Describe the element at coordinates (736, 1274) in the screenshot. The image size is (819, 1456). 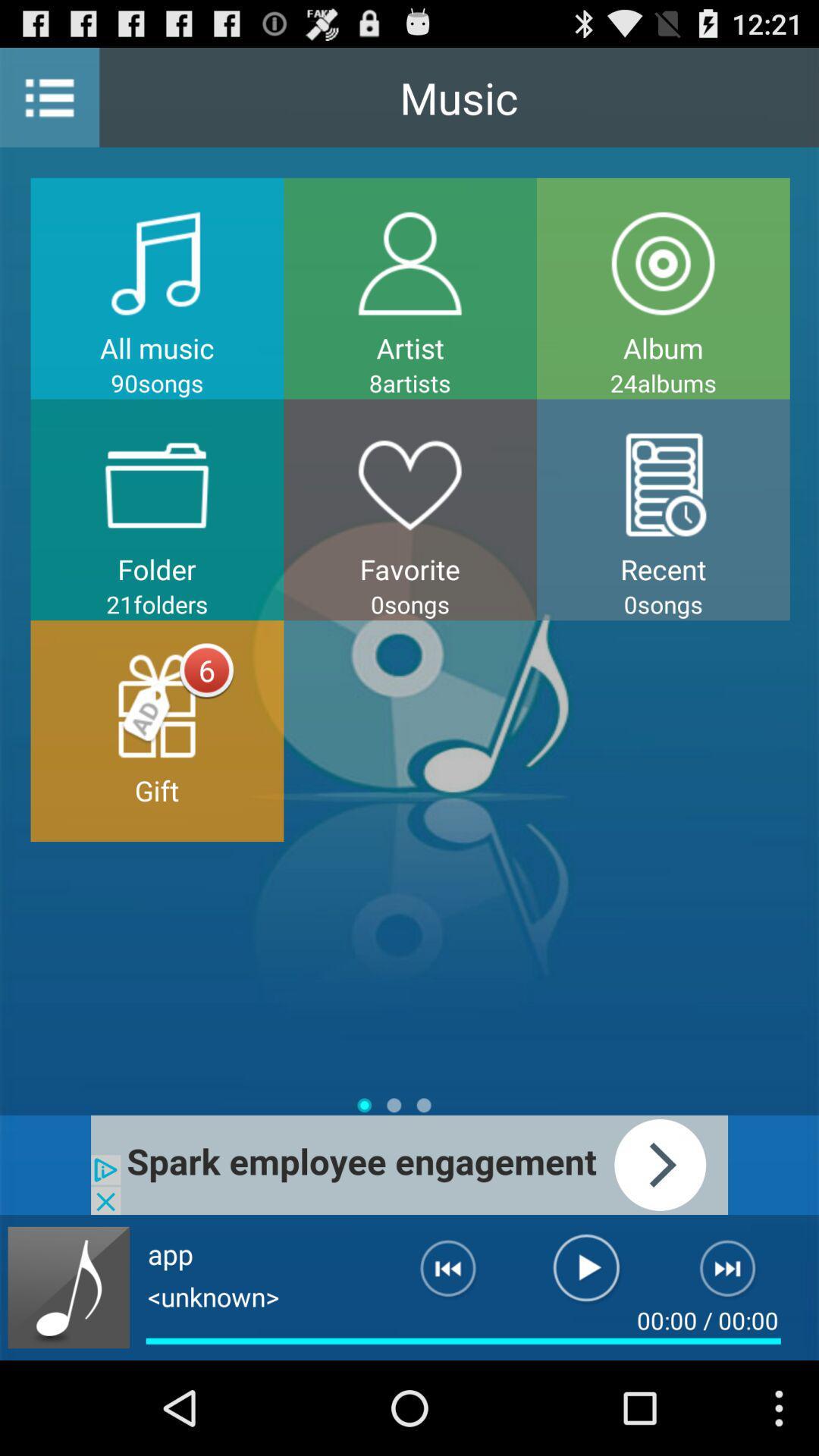
I see `an` at that location.